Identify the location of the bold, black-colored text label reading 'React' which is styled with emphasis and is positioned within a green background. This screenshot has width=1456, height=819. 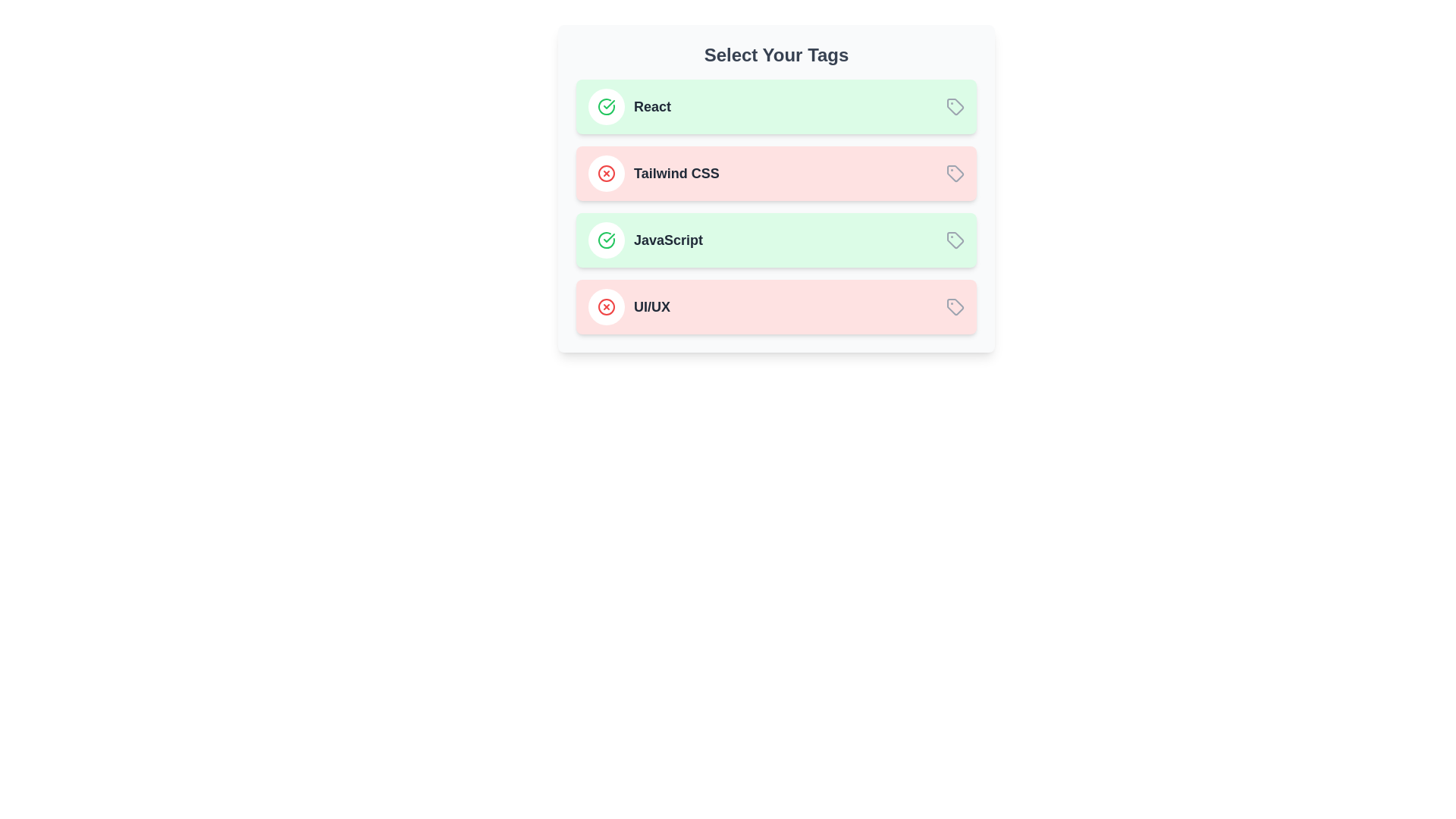
(652, 106).